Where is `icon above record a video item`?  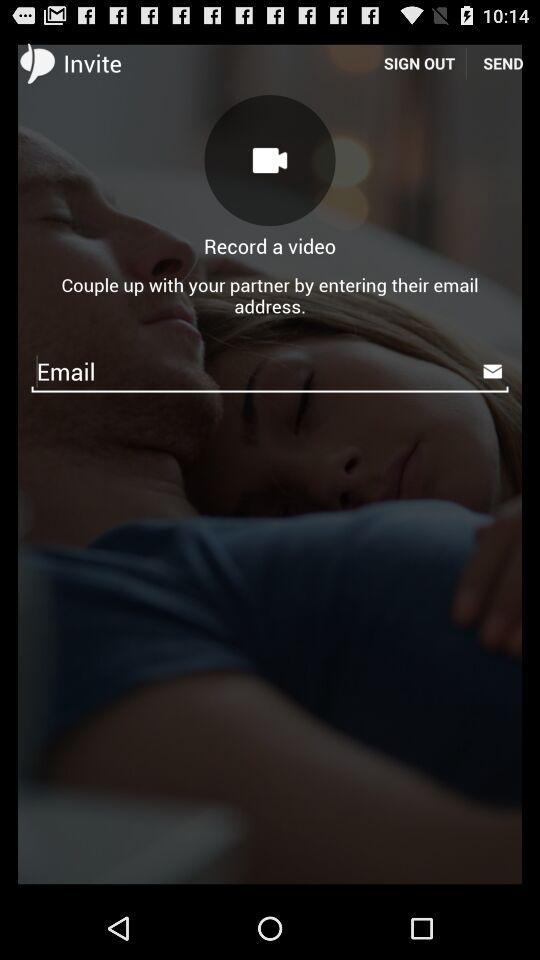 icon above record a video item is located at coordinates (270, 159).